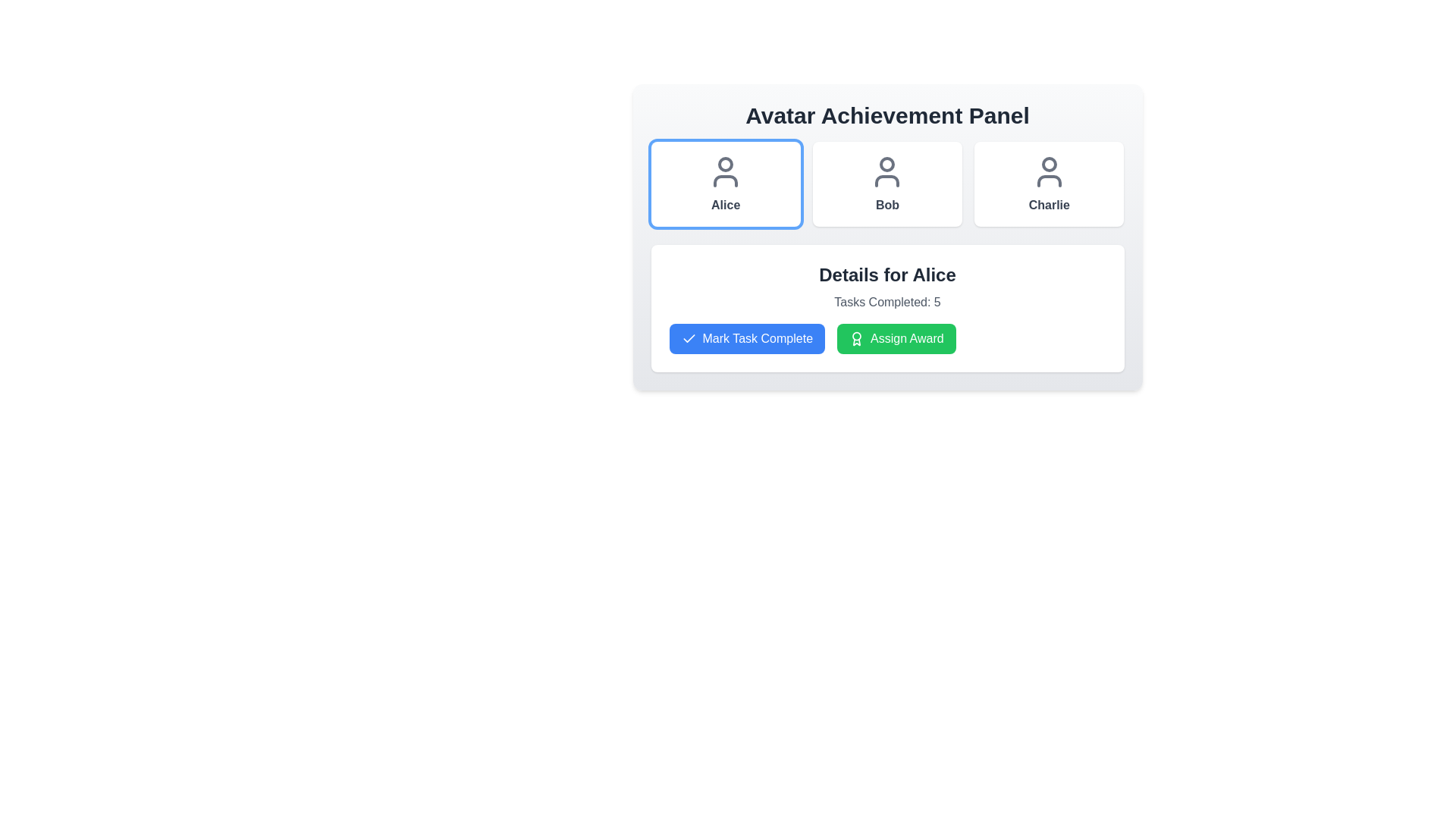  What do you see at coordinates (725, 180) in the screenshot?
I see `the lower part of the user avatar icon representing 'Alice', which is located in the card above the 'Alice' label` at bounding box center [725, 180].